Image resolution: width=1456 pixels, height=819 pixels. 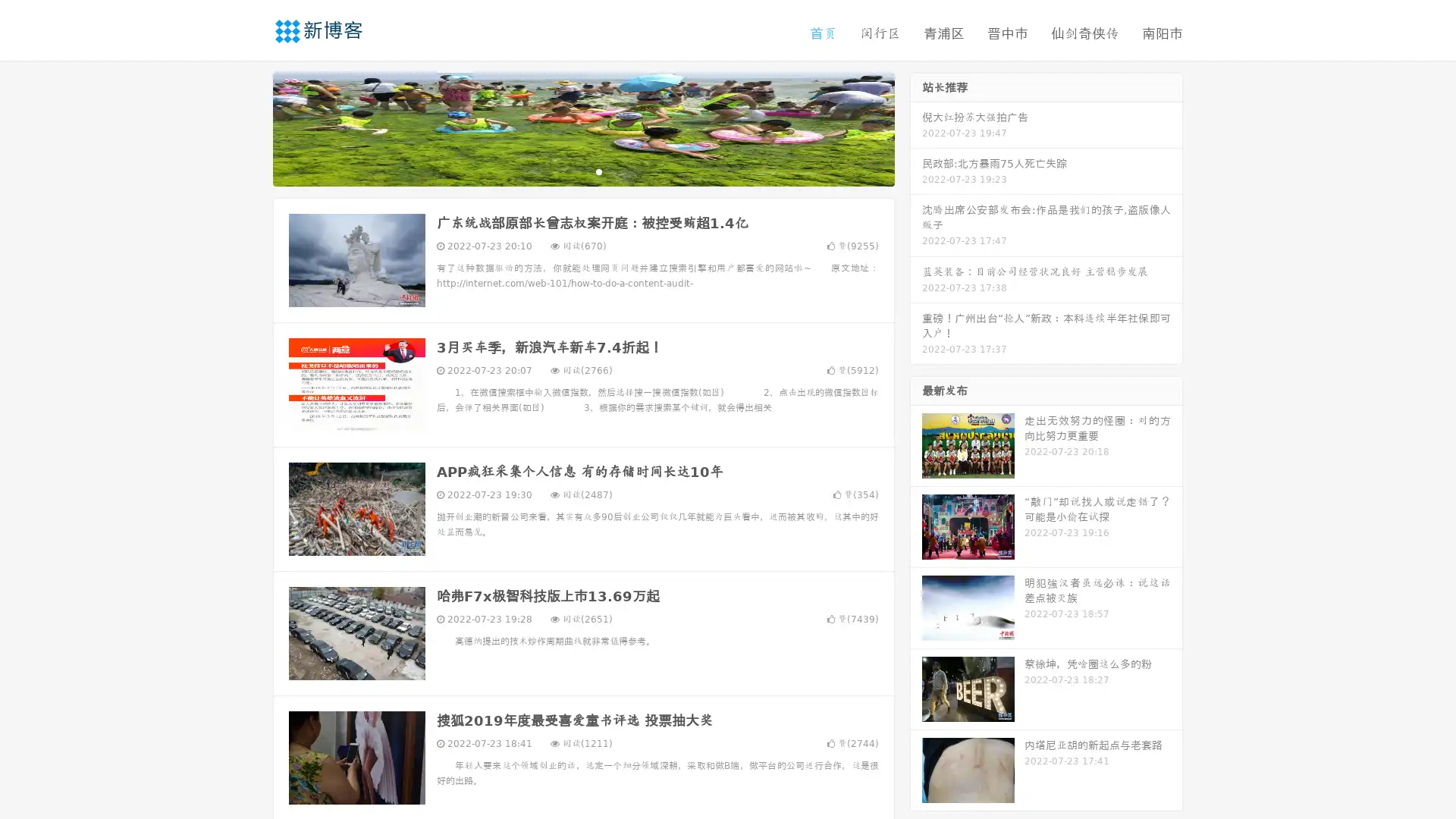 I want to click on Go to slide 2, so click(x=582, y=171).